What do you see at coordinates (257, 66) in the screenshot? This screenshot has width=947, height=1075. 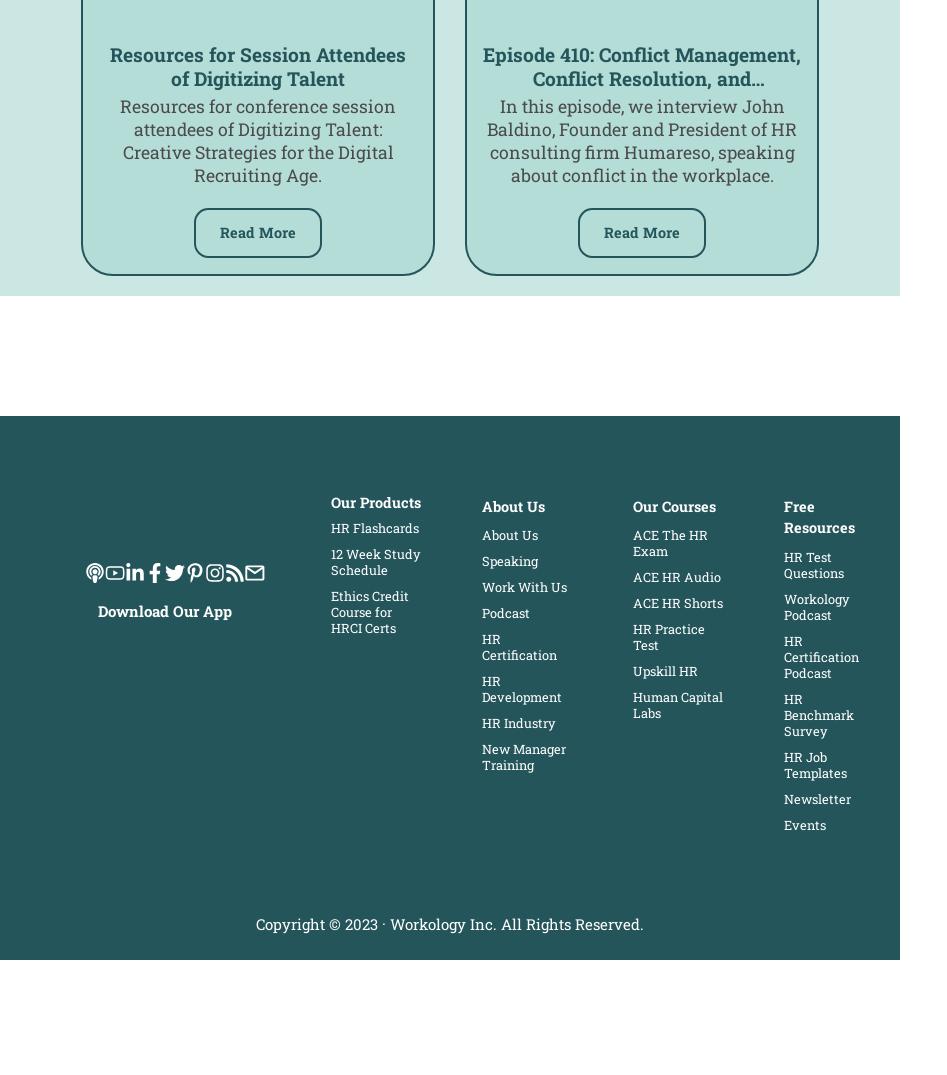 I see `'Resources for Session Attendees of Digitizing Talent'` at bounding box center [257, 66].